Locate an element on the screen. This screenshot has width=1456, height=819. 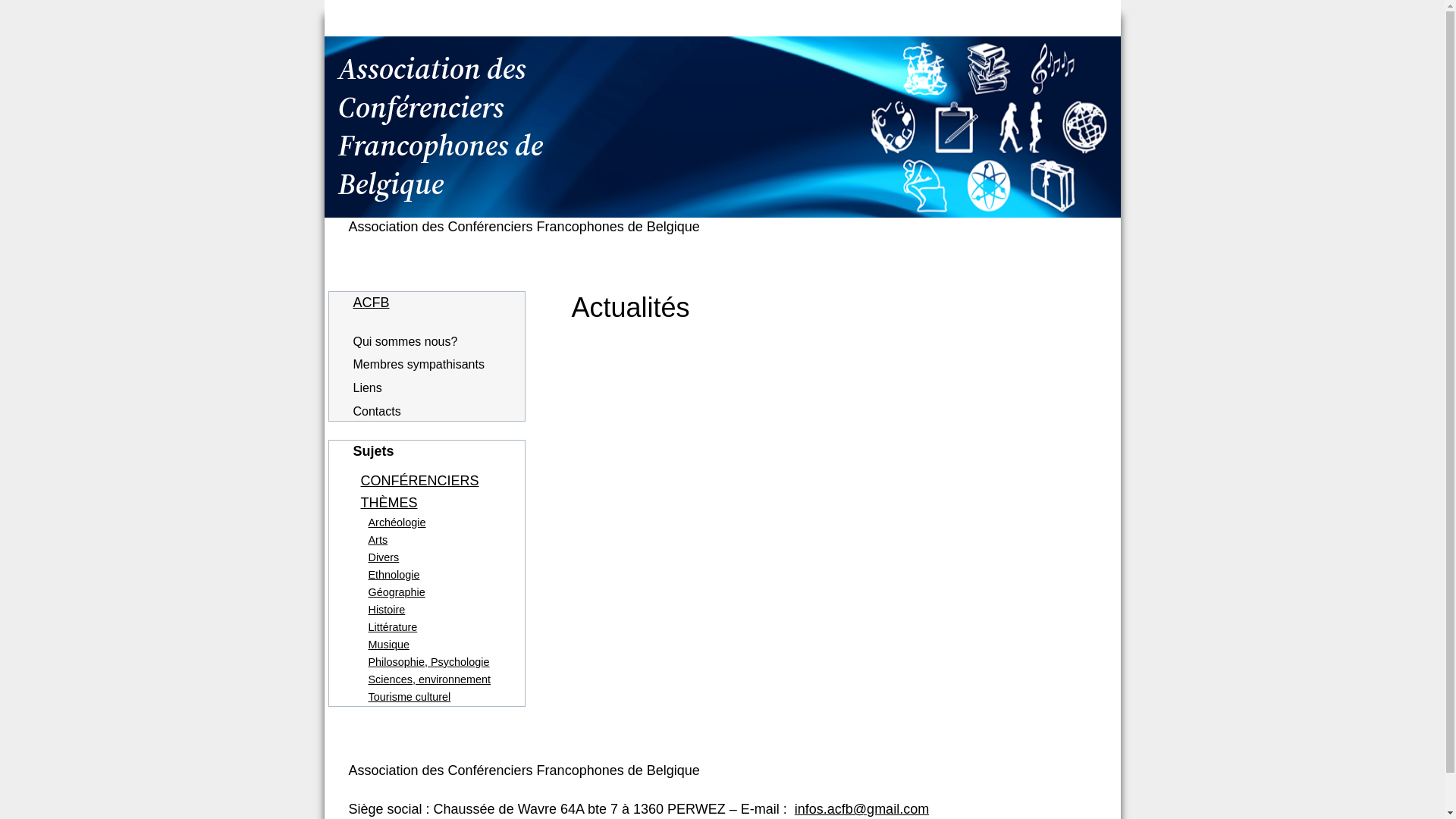
'infos.acfb@gmail.com' is located at coordinates (861, 808).